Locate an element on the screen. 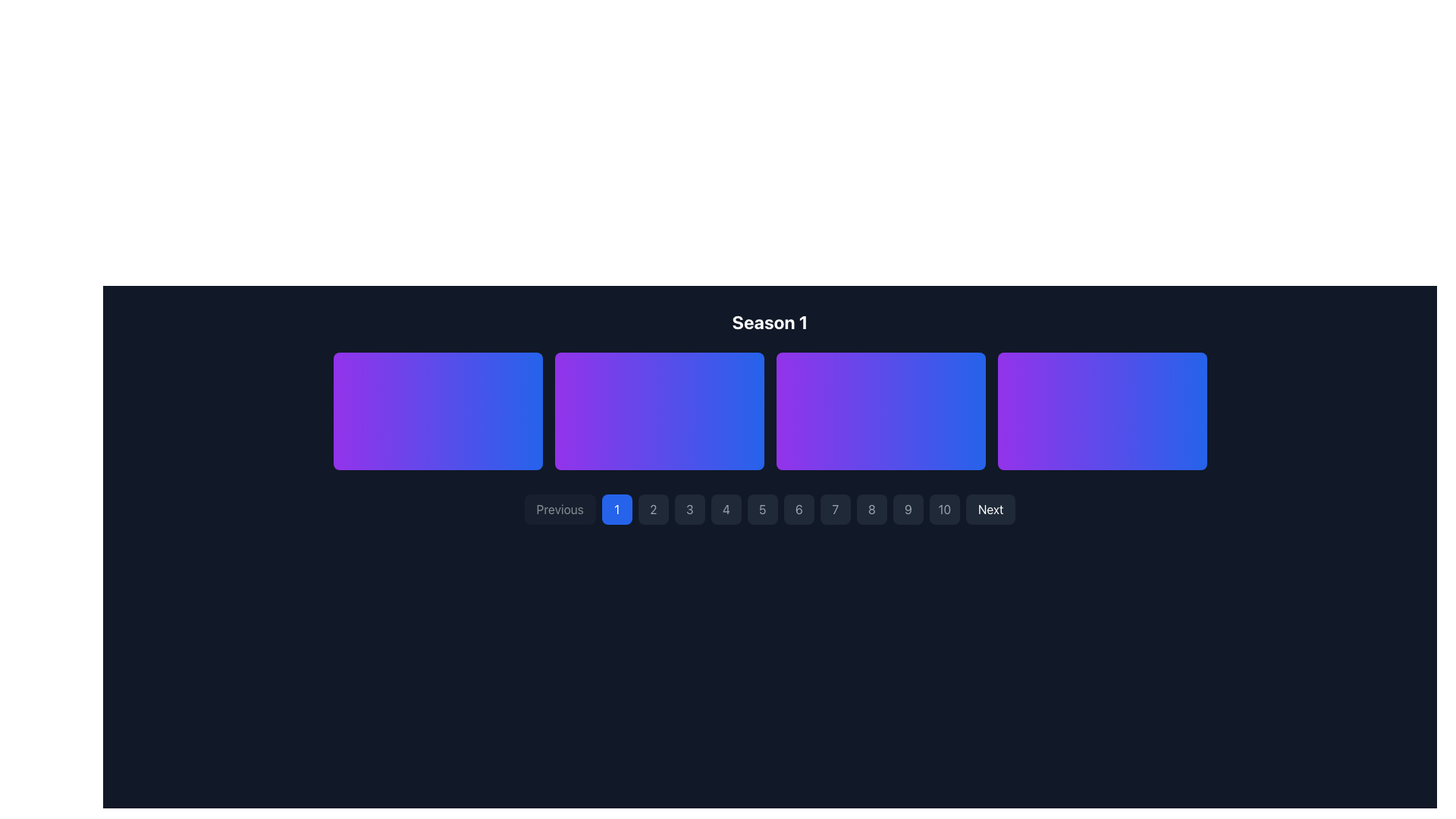 The width and height of the screenshot is (1456, 819). the fourth gradient-styled card component with rounded edges in the grid layout is located at coordinates (1102, 411).